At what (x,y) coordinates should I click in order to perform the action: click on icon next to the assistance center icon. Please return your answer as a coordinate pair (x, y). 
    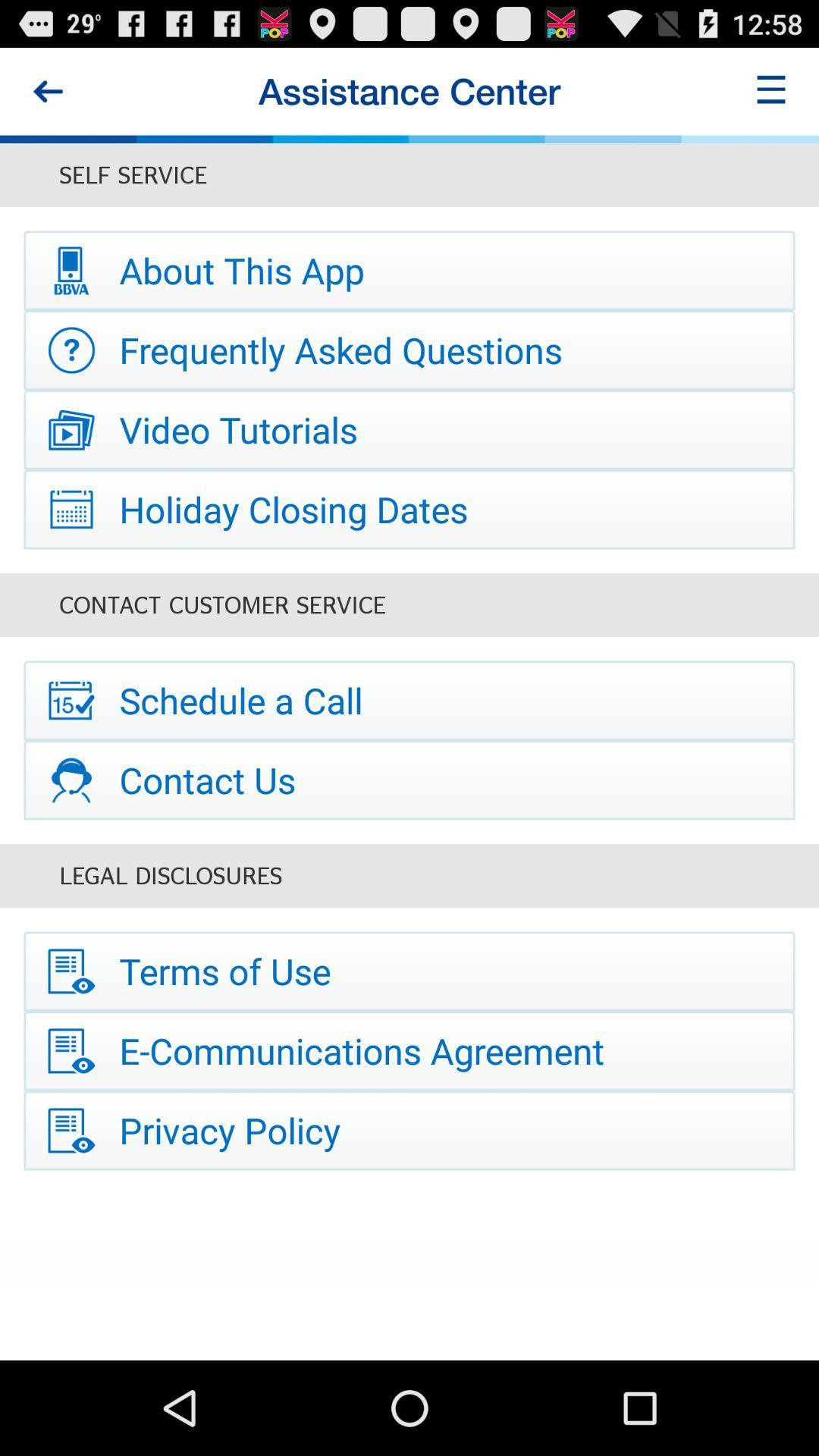
    Looking at the image, I should click on (771, 90).